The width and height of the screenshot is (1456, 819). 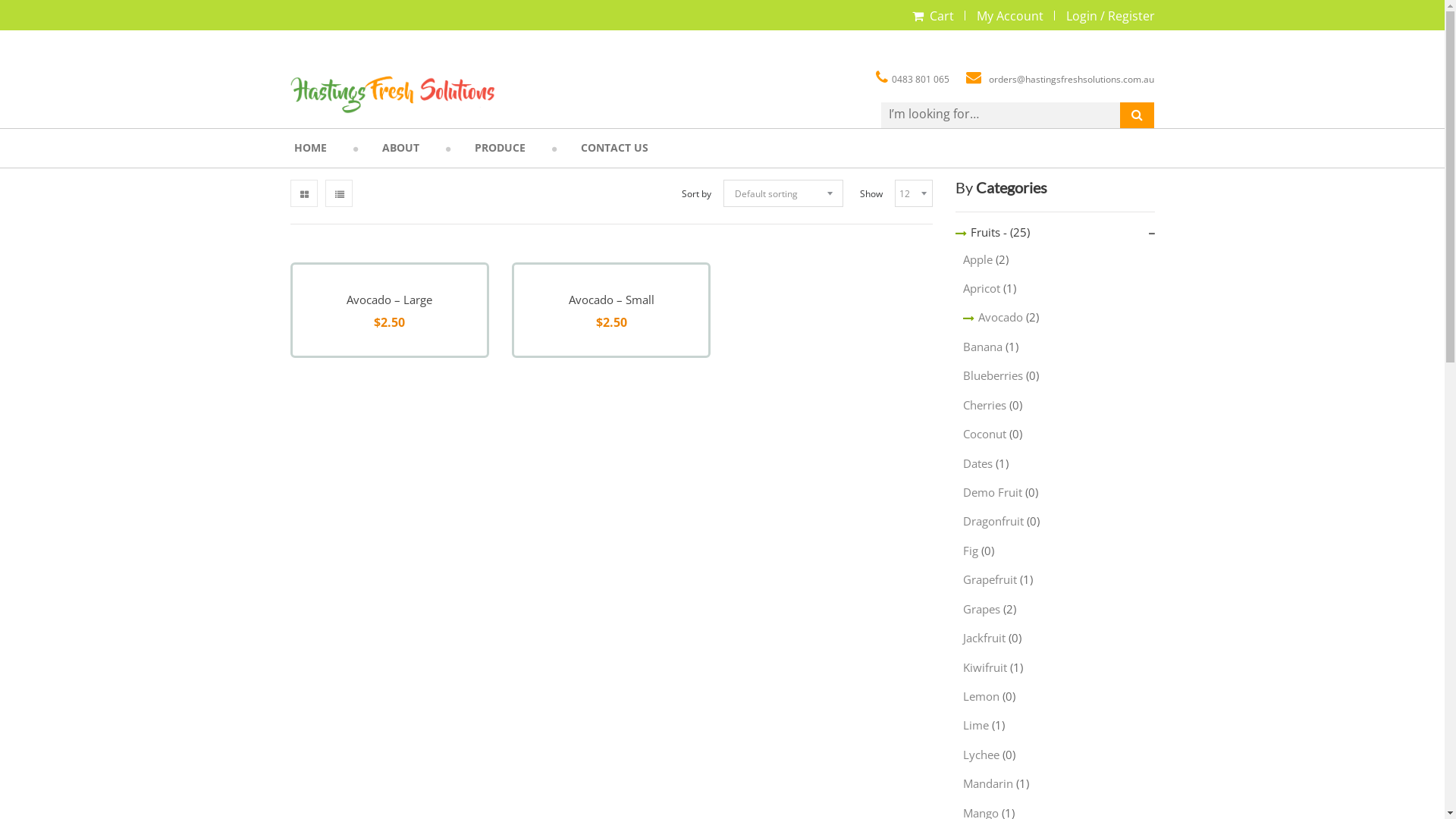 I want to click on 'Search for:', so click(x=1018, y=114).